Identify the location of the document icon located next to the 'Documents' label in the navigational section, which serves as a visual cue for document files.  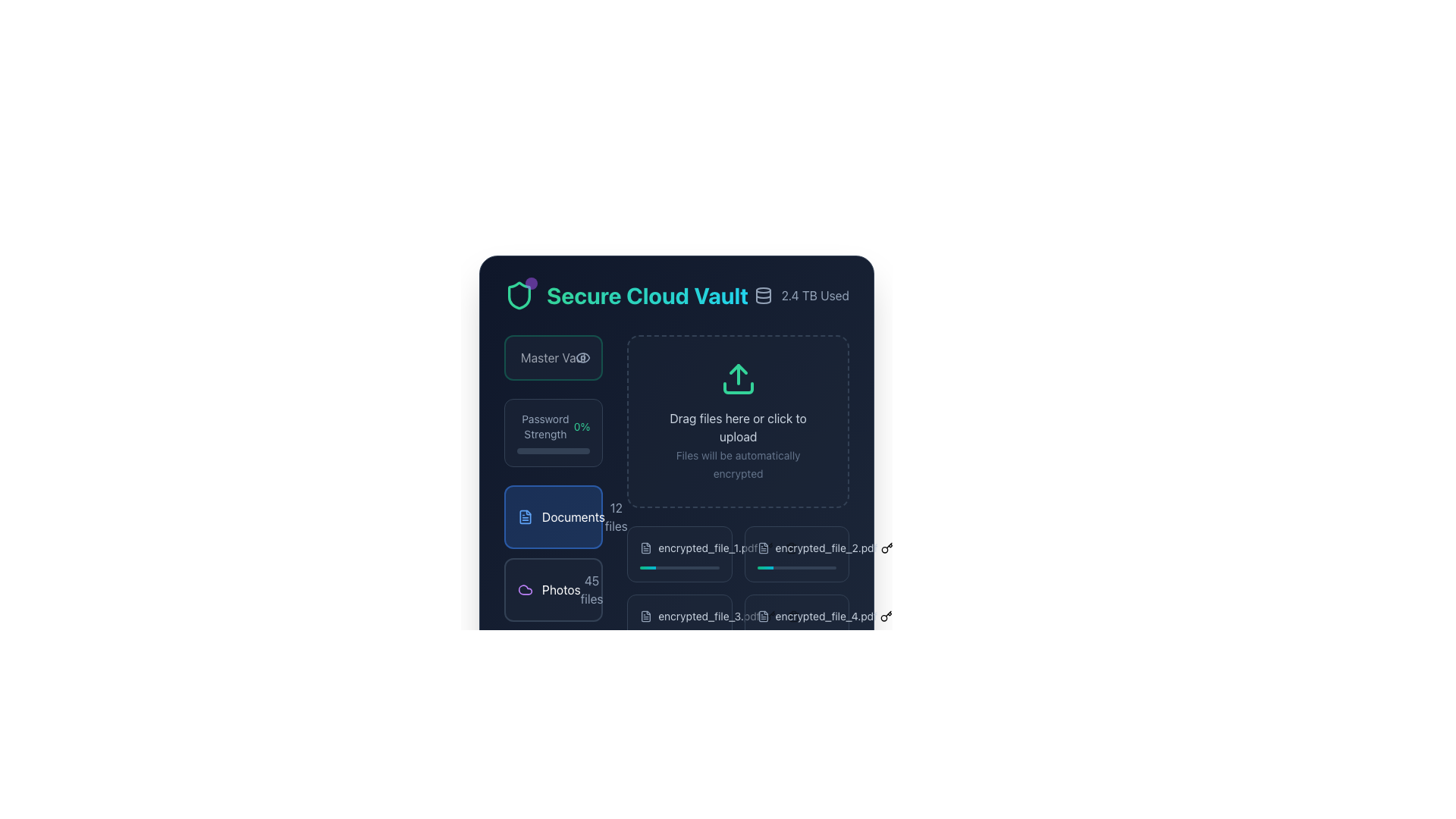
(763, 548).